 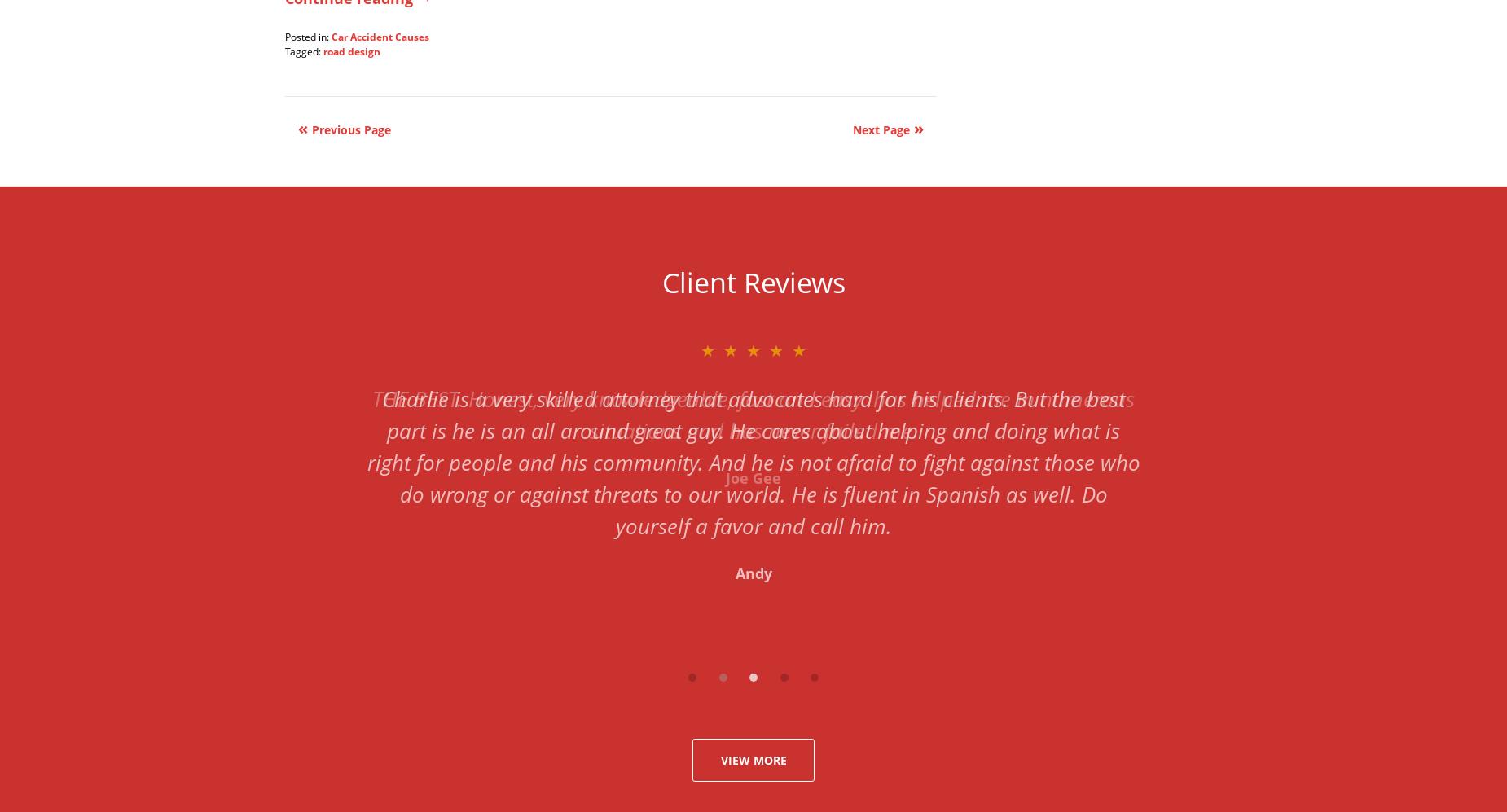 I want to click on 'I found Mr. Flaxman to be an excellent attorney for my personal injury case. This is actually the second time I have used him and he really represented my interests. He explained everything thoroughly and he was very available for my questions.', so click(x=753, y=429).